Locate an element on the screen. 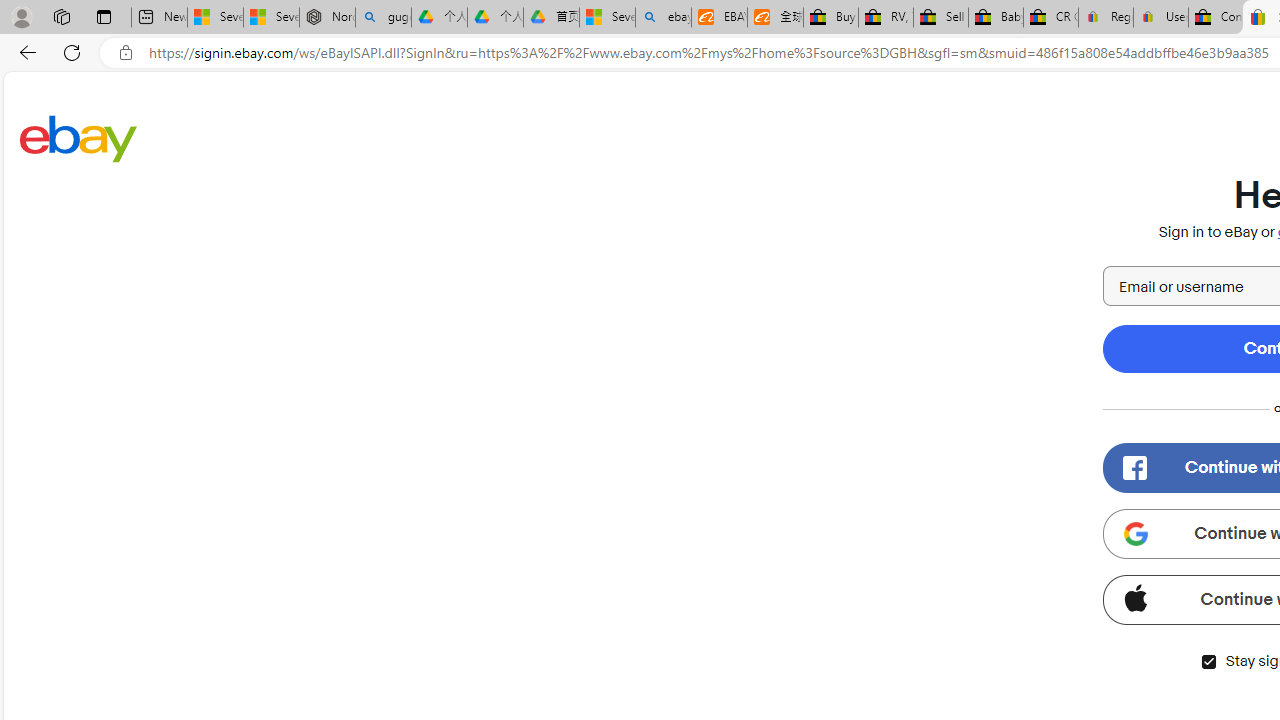 This screenshot has height=720, width=1280. 'Class: fb-icon' is located at coordinates (1134, 468).